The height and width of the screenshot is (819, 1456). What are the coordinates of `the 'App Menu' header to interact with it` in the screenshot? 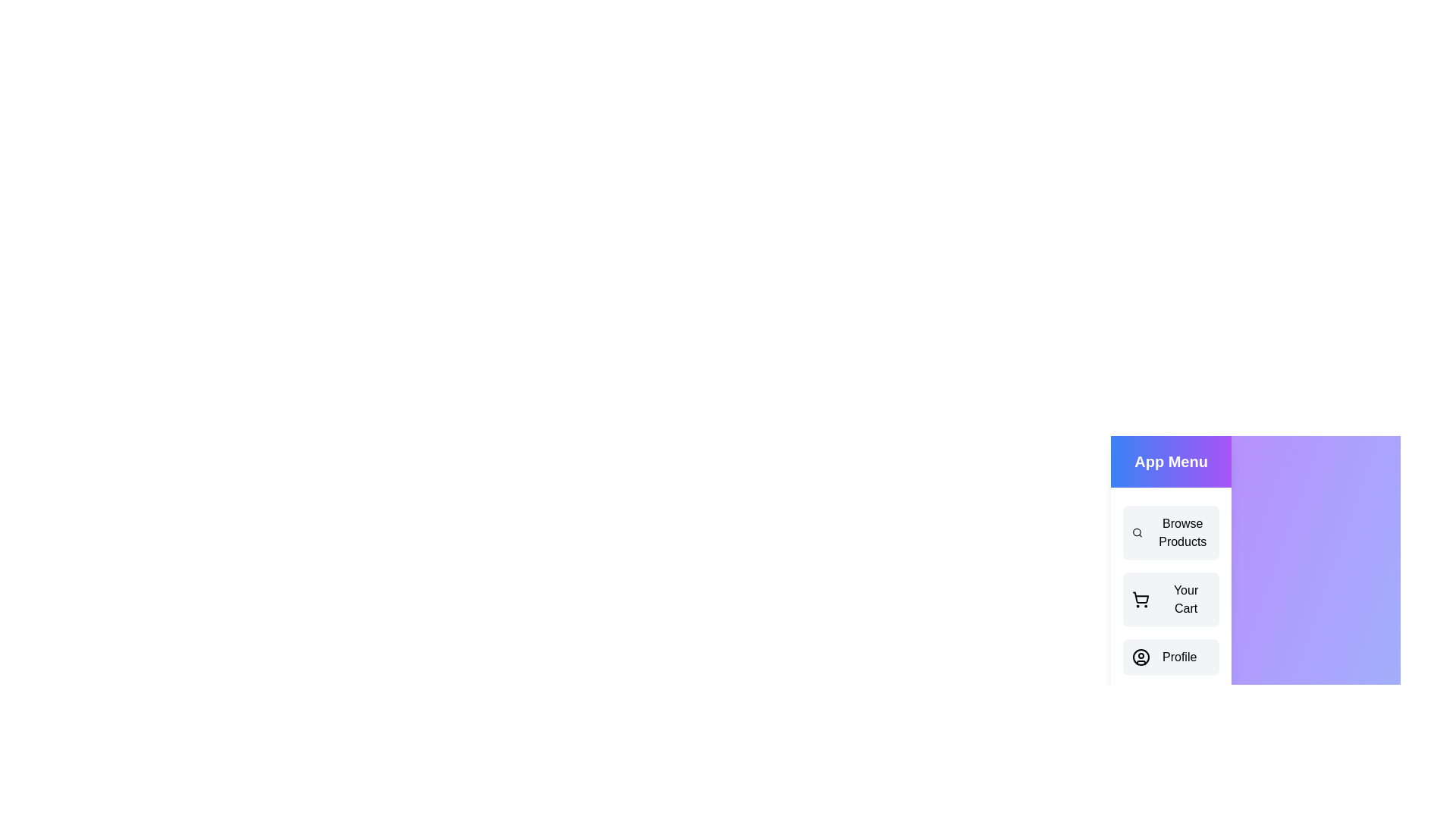 It's located at (1170, 461).